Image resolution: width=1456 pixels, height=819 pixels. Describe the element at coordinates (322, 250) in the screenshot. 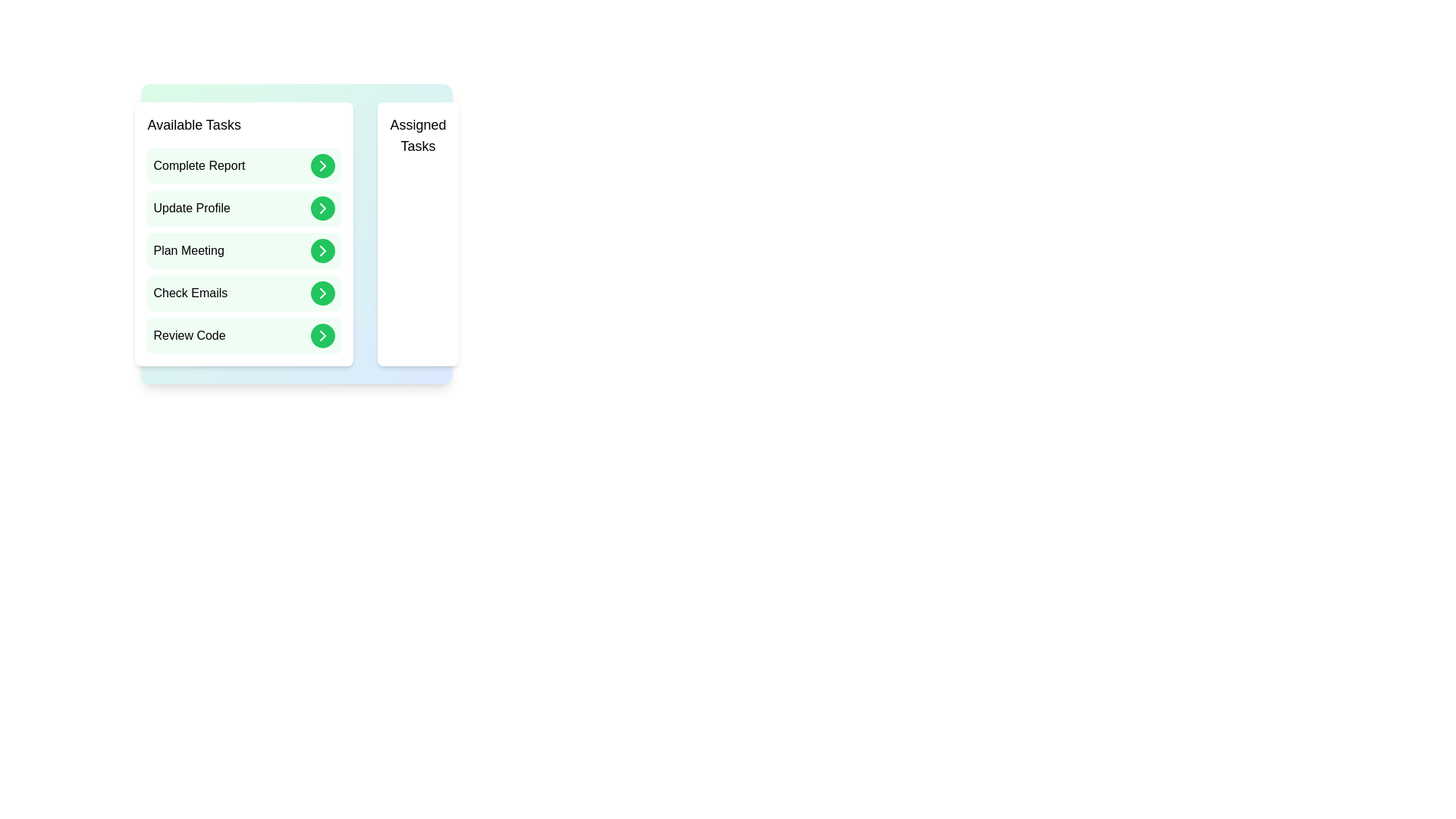

I see `the button corresponding to Plan Meeting` at that location.